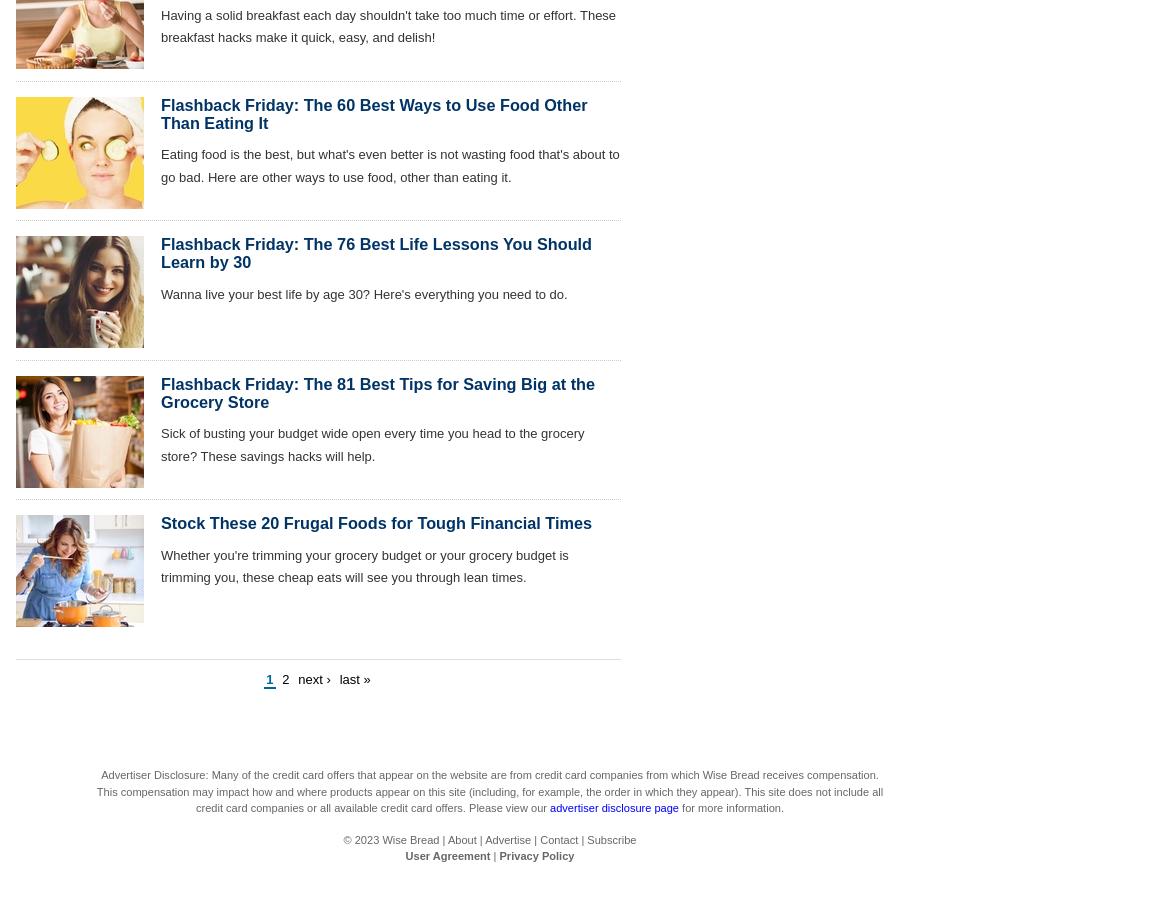 The width and height of the screenshot is (1150, 910). Describe the element at coordinates (378, 391) in the screenshot. I see `'Flashback Friday: The 81 Best Tips for Saving Big at the Grocery Store'` at that location.